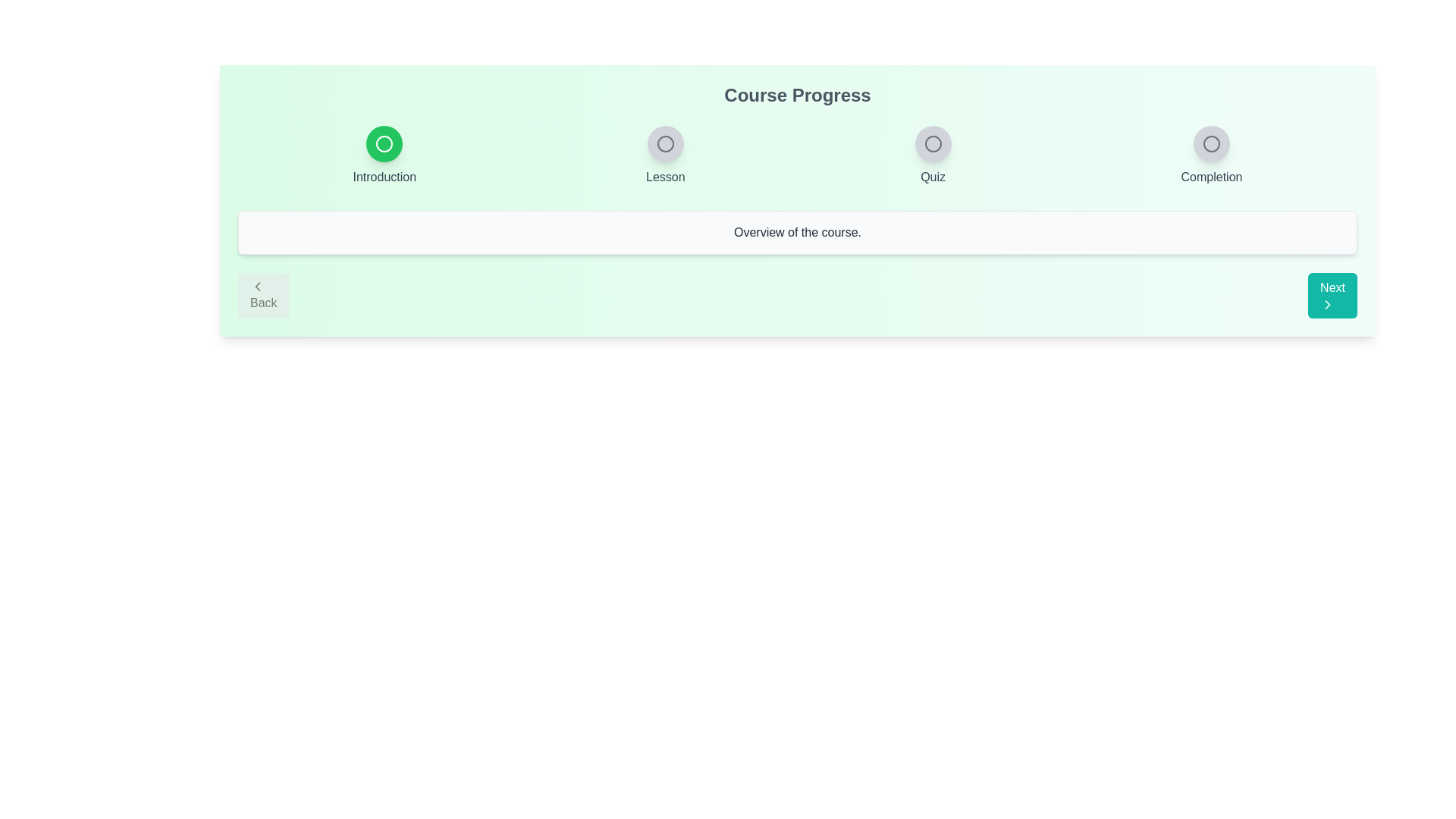  I want to click on the step indicator labeled Quiz to view its state, so click(931, 155).